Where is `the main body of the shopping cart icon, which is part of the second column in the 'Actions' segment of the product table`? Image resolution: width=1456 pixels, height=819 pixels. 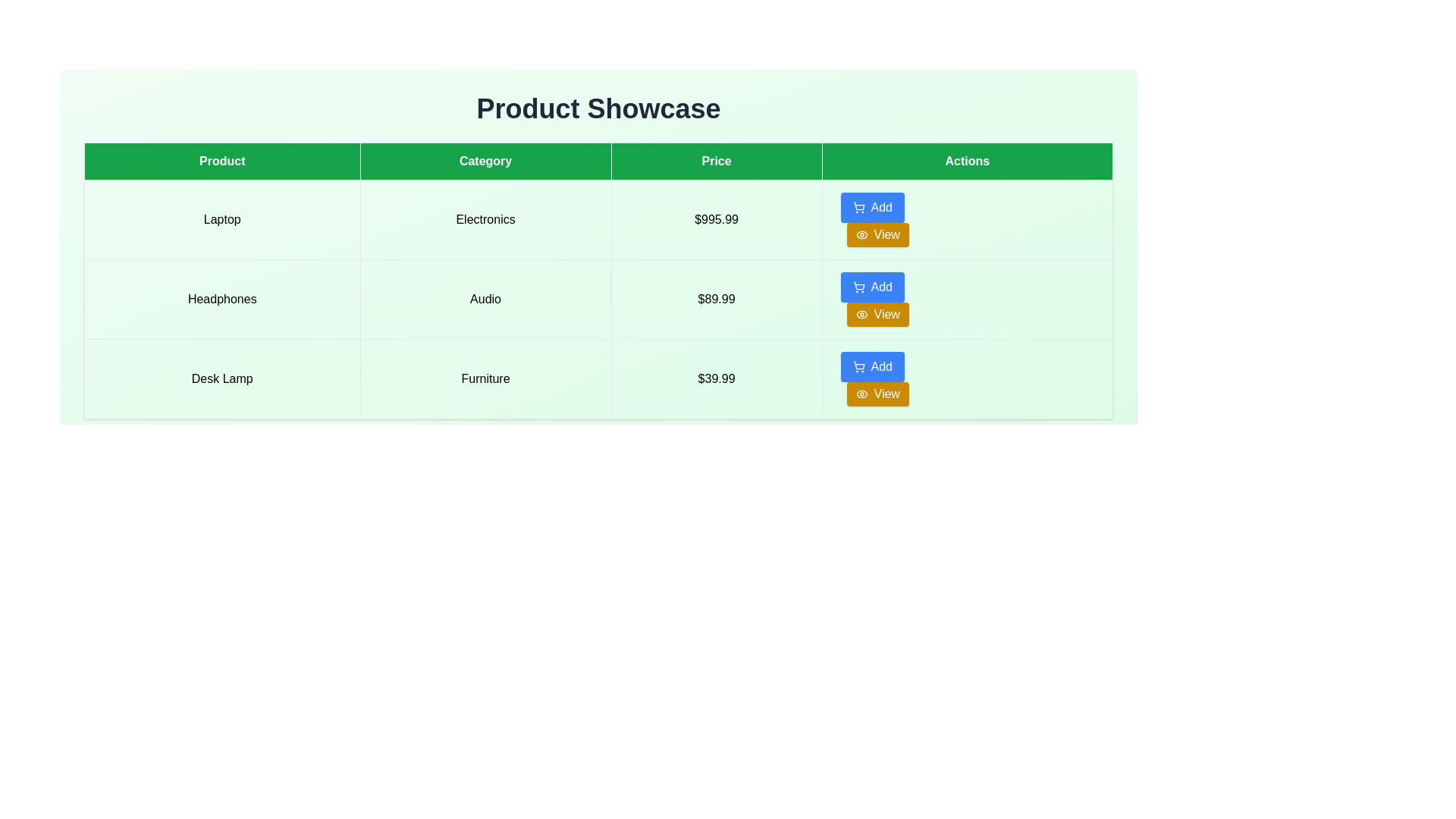
the main body of the shopping cart icon, which is part of the second column in the 'Actions' segment of the product table is located at coordinates (858, 366).